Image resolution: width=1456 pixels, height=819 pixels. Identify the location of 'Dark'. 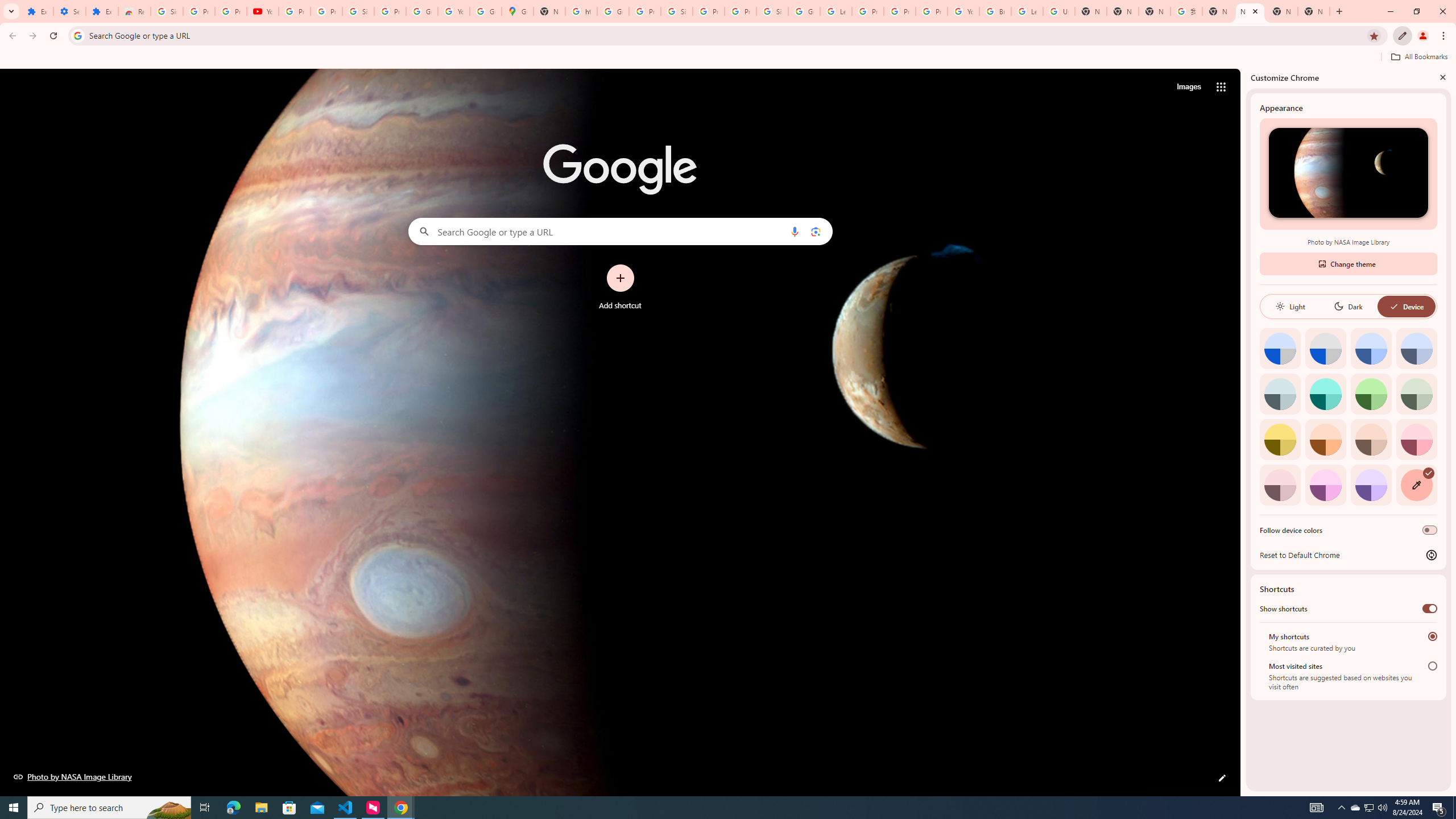
(1347, 305).